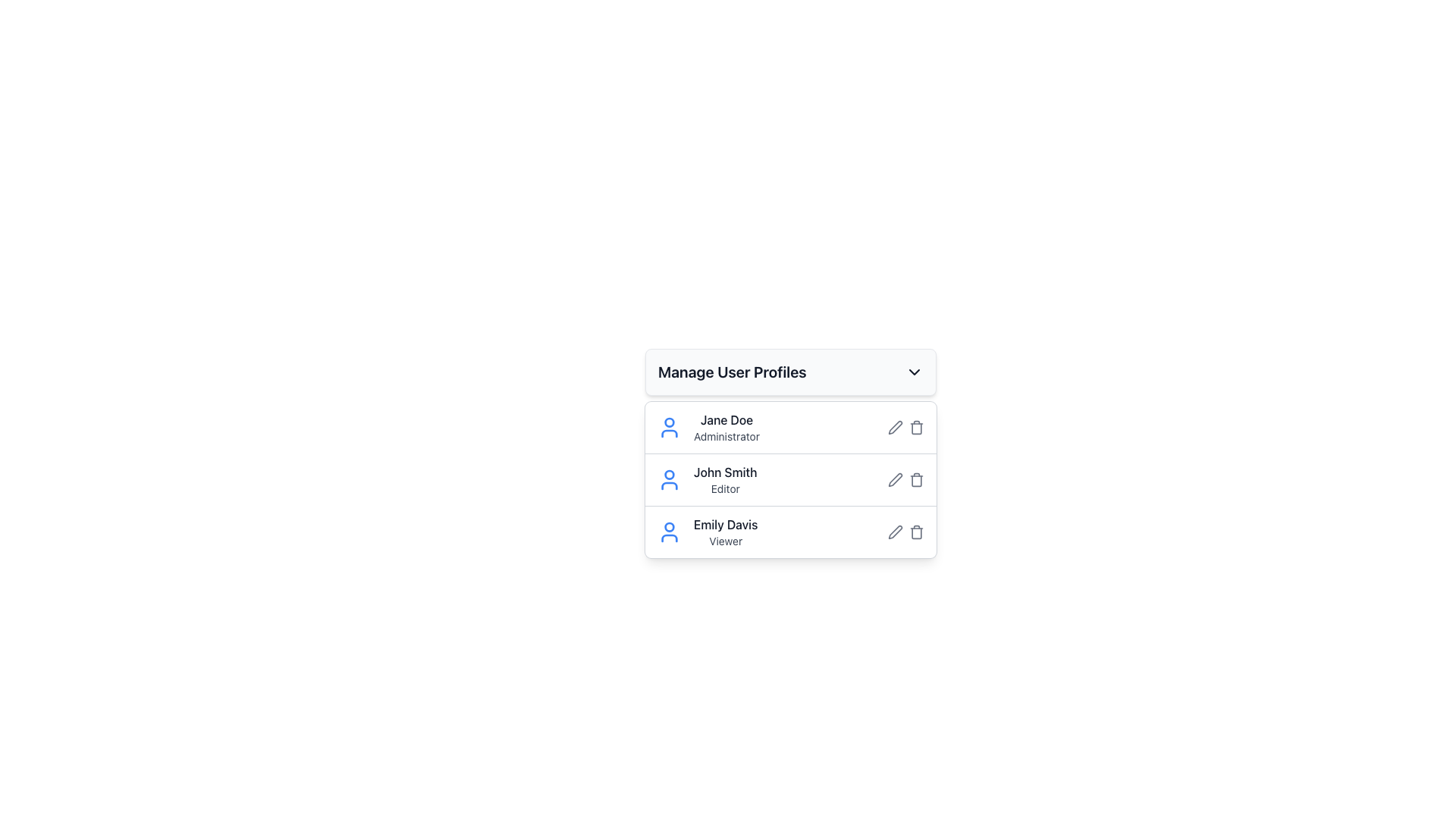 The height and width of the screenshot is (819, 1456). I want to click on the text label displaying 'Emily Davis' categorized as a 'Viewer', so click(724, 532).